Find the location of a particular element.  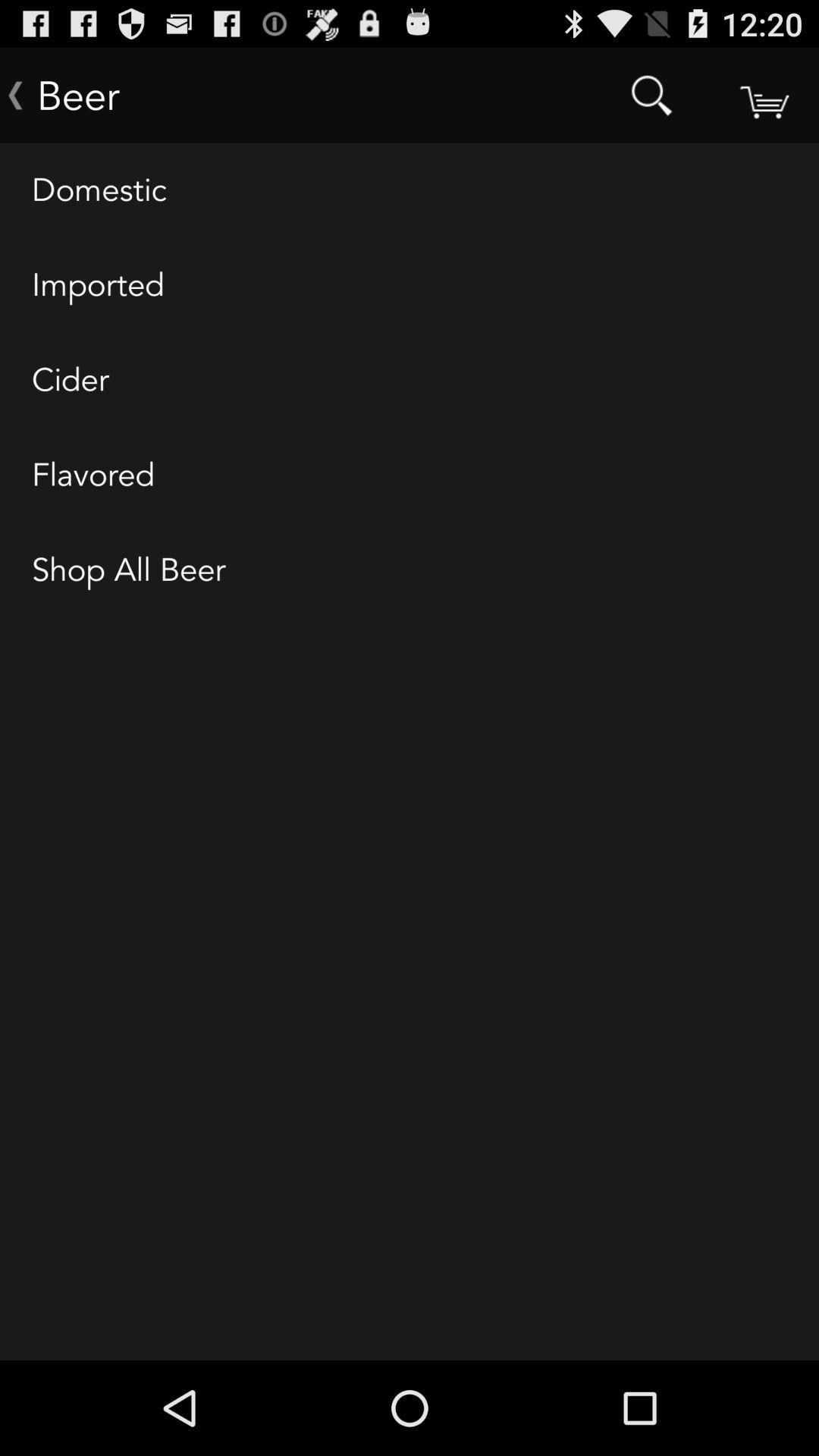

flavored icon is located at coordinates (409, 475).